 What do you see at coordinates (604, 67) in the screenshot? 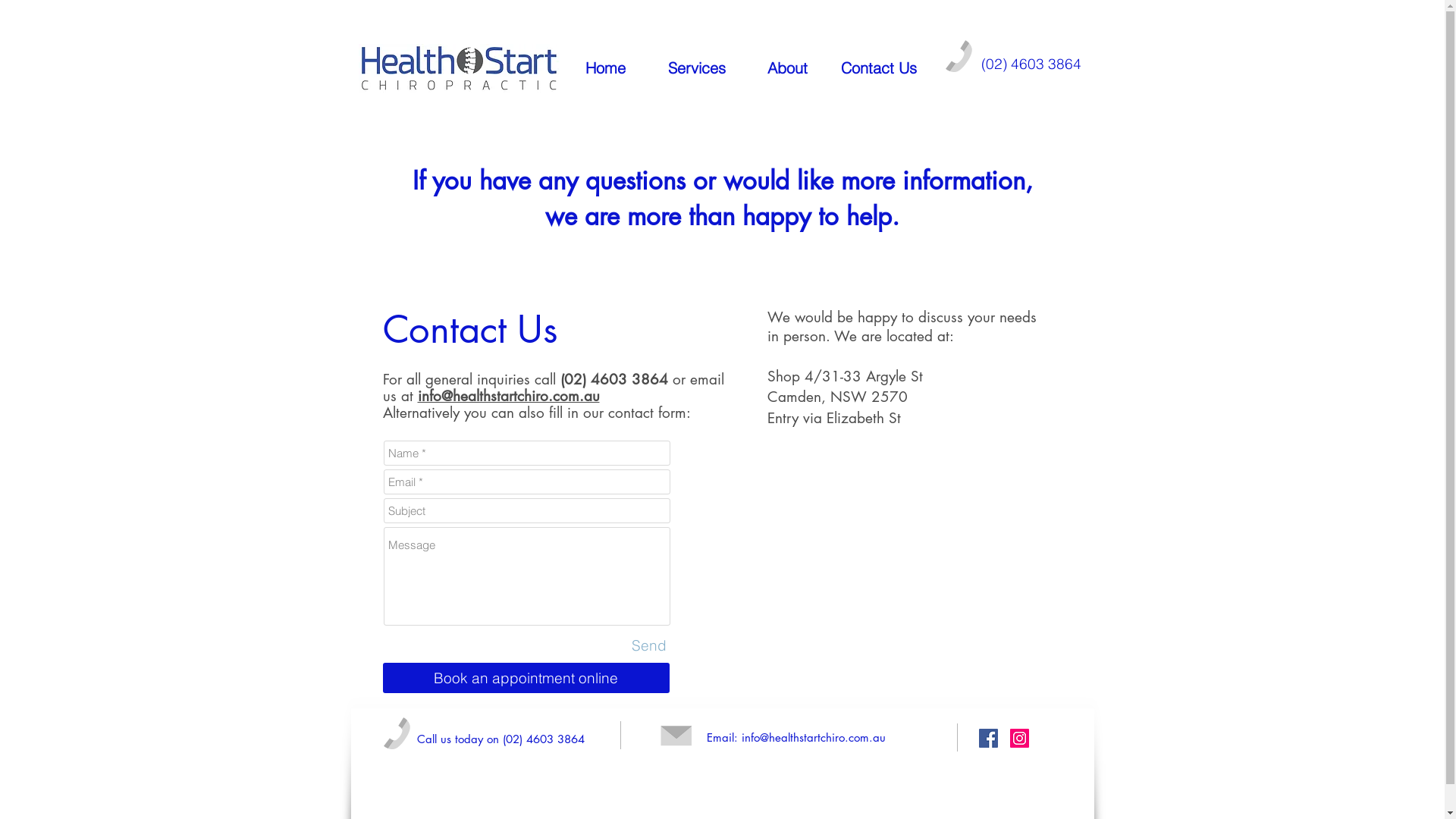
I see `'Home'` at bounding box center [604, 67].